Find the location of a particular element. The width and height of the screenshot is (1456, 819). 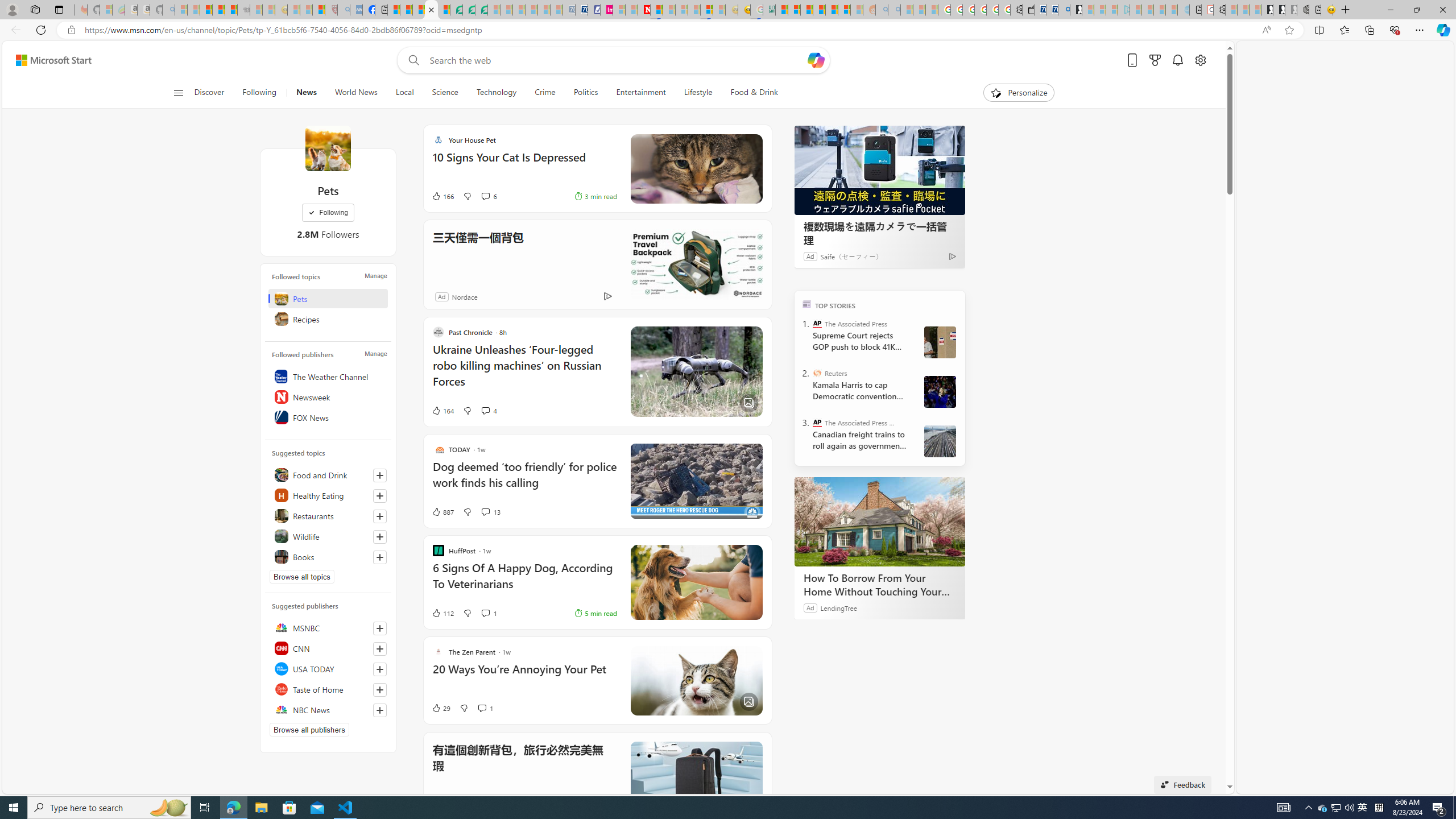

'164 Like' is located at coordinates (442, 410).